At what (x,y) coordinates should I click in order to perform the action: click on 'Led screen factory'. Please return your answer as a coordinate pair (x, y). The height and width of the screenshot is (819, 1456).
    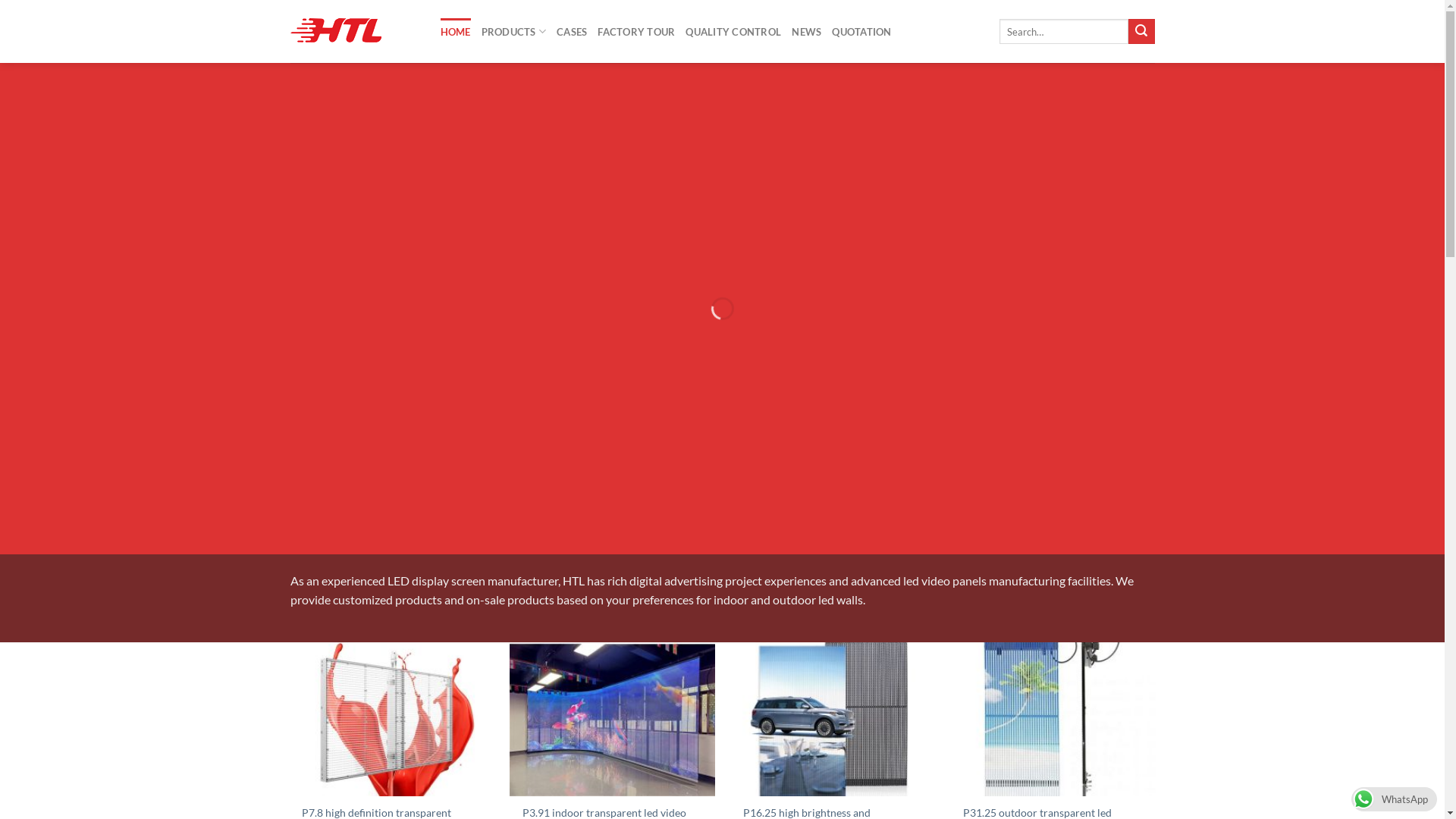
    Looking at the image, I should click on (352, 31).